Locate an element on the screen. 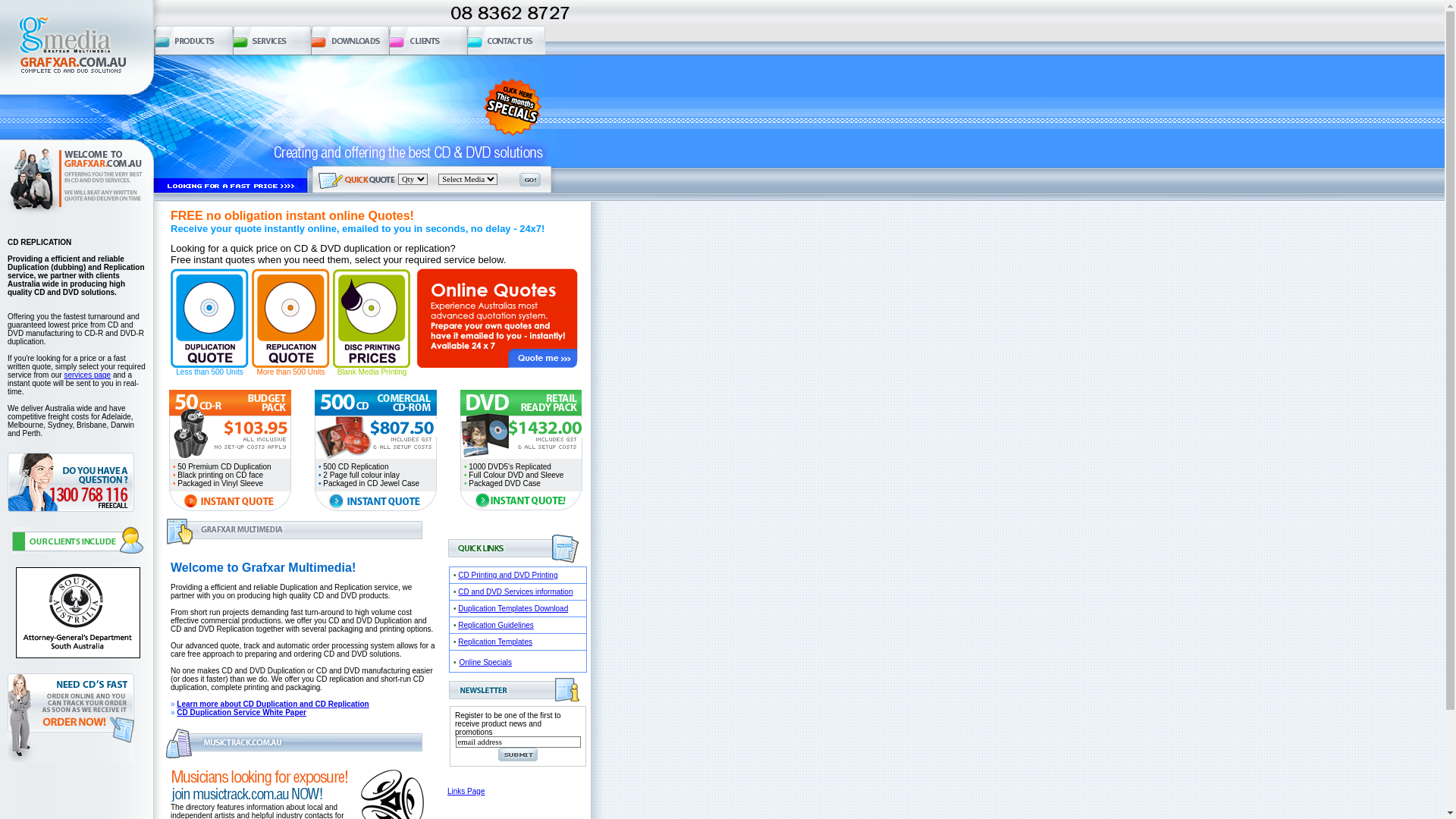  'Replication Guidelines' is located at coordinates (495, 625).